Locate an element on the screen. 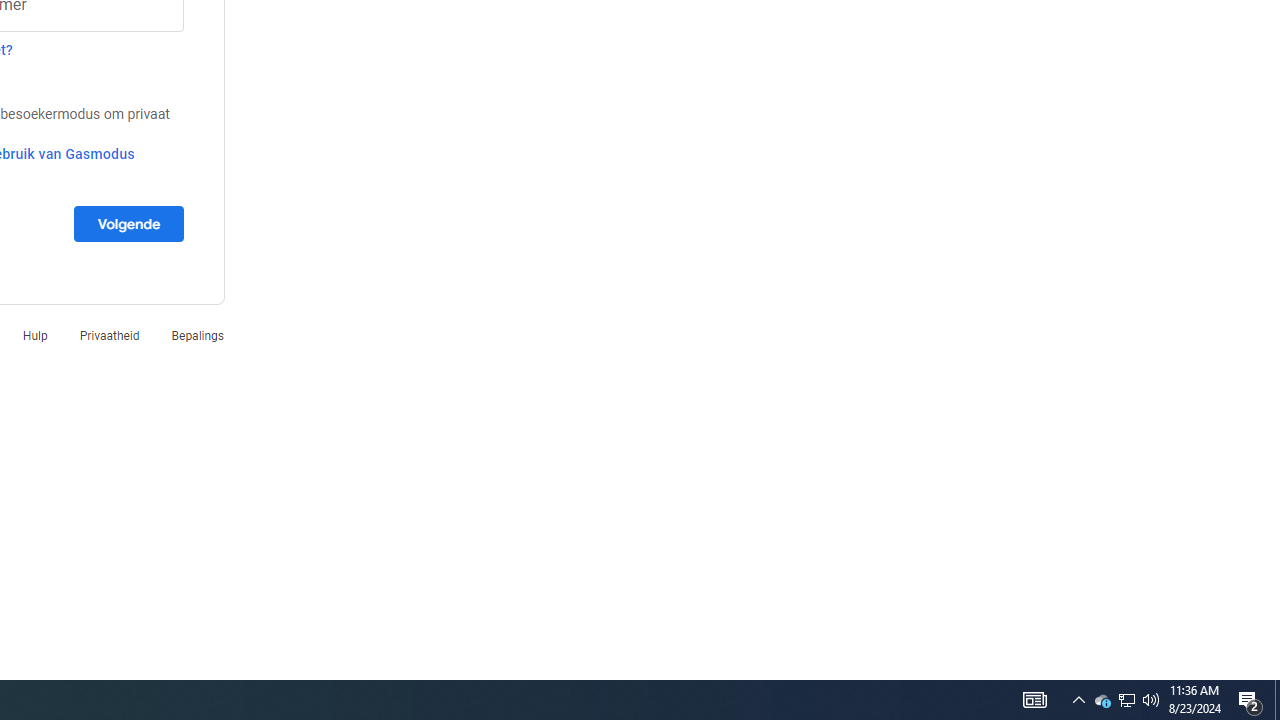 The width and height of the screenshot is (1280, 720). 'Volgende' is located at coordinates (127, 223).